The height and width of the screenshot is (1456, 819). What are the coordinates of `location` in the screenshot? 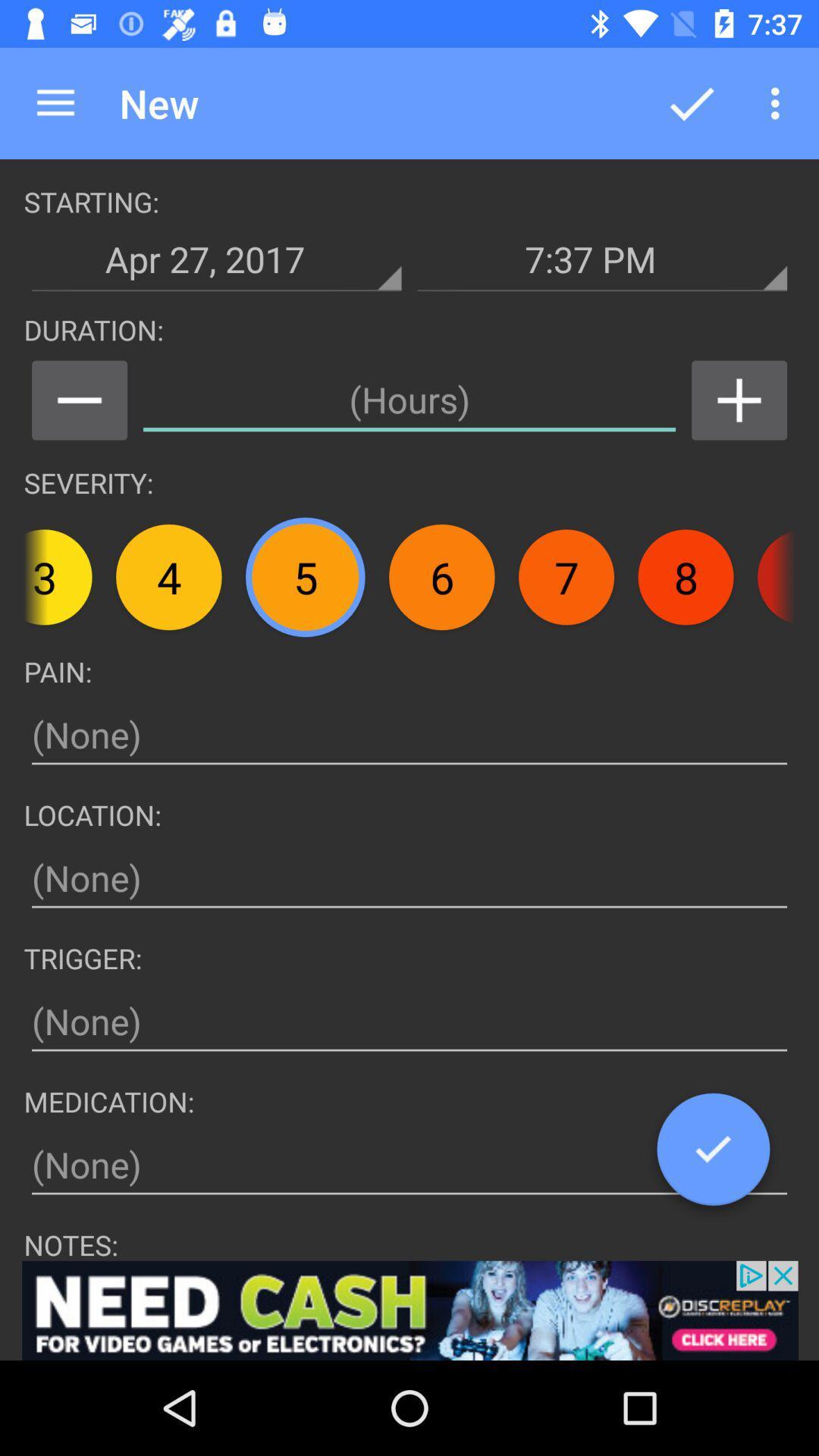 It's located at (409, 878).